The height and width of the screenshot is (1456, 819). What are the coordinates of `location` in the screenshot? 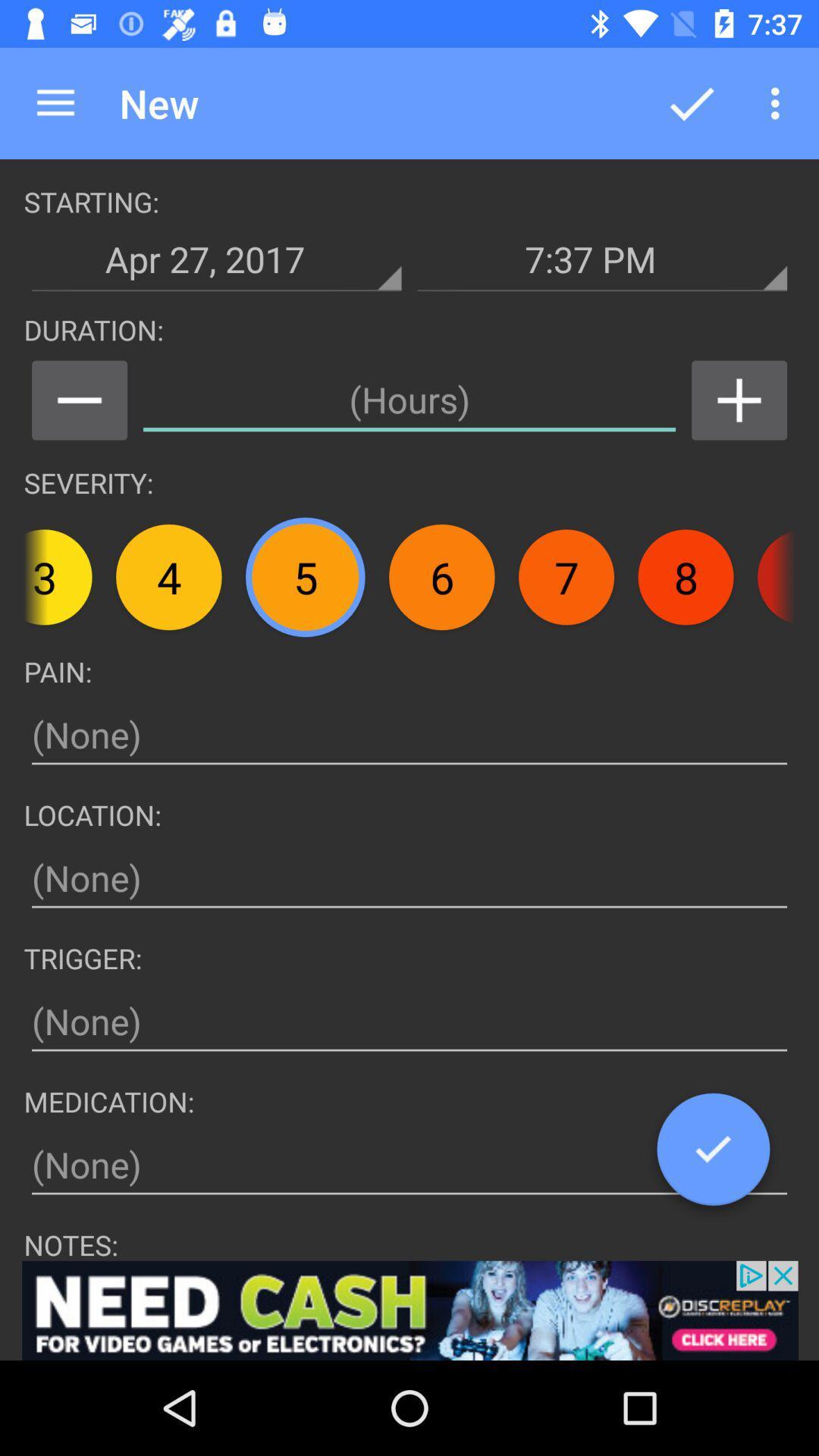 It's located at (409, 878).